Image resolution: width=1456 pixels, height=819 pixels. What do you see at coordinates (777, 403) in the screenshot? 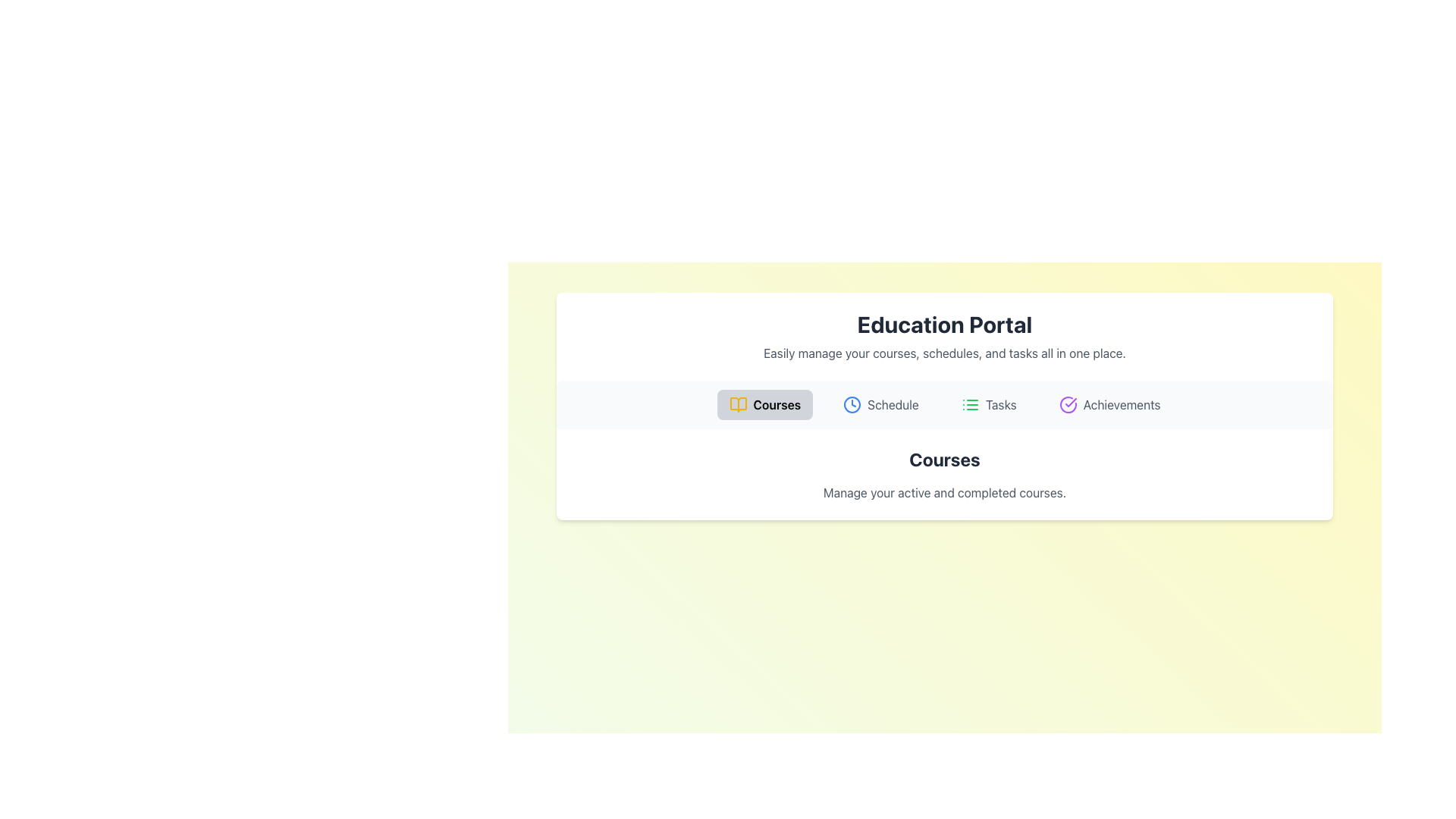
I see `the 'Courses' label for the navigation tab` at bounding box center [777, 403].